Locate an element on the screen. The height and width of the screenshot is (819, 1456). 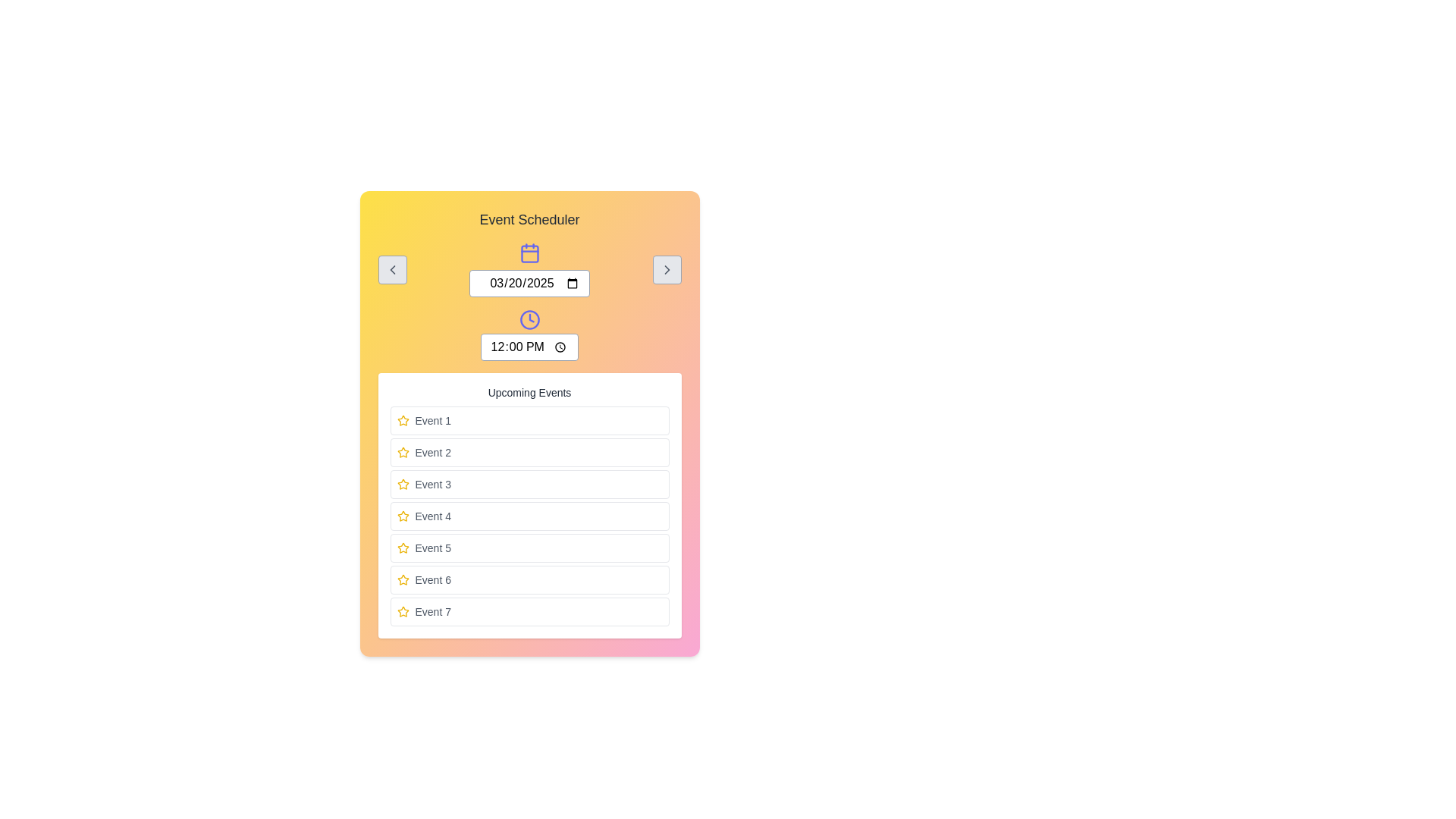
the first star icon is located at coordinates (403, 421).